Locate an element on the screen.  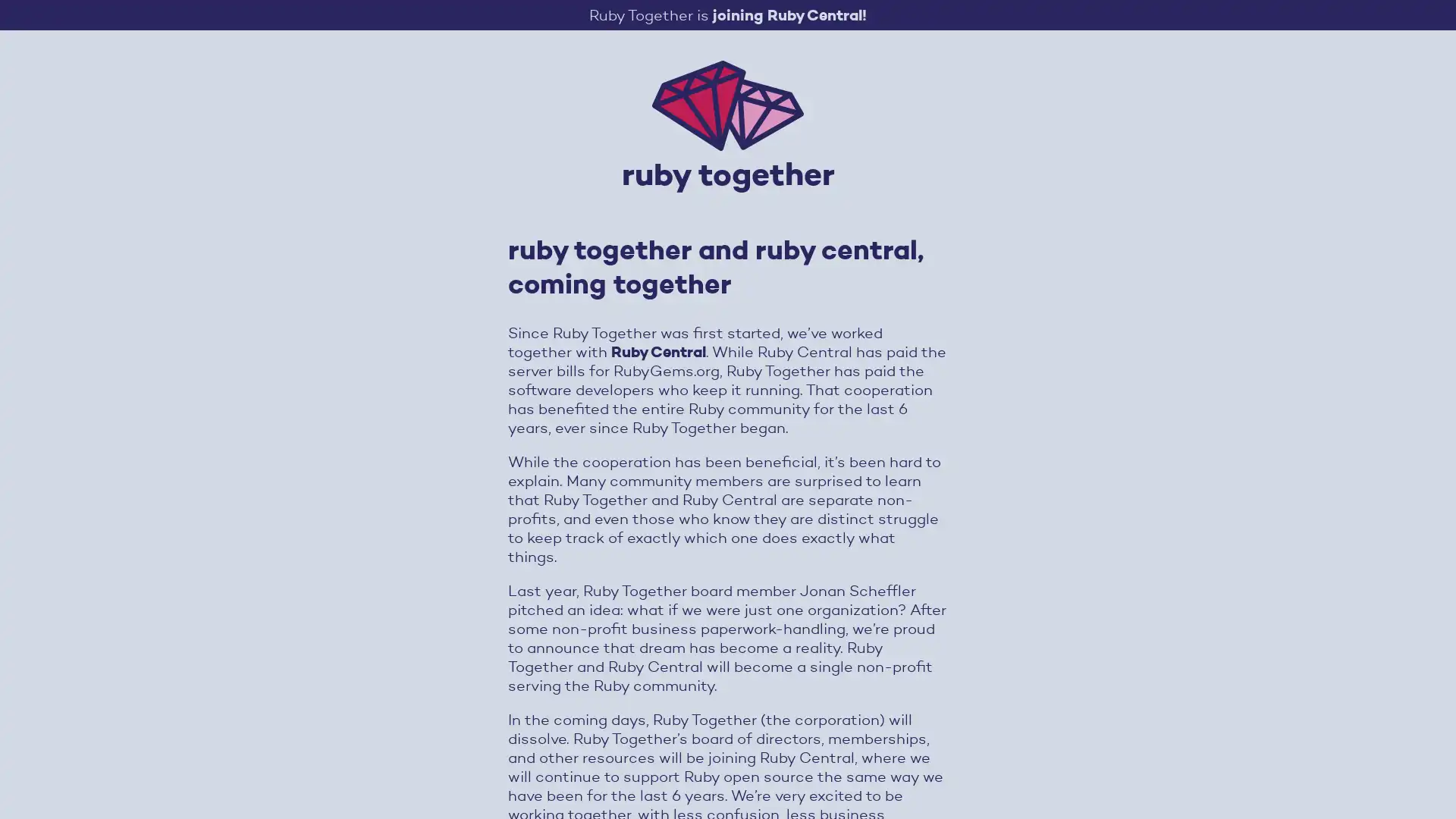
Open Intercom Messenger is located at coordinates (1417, 780).